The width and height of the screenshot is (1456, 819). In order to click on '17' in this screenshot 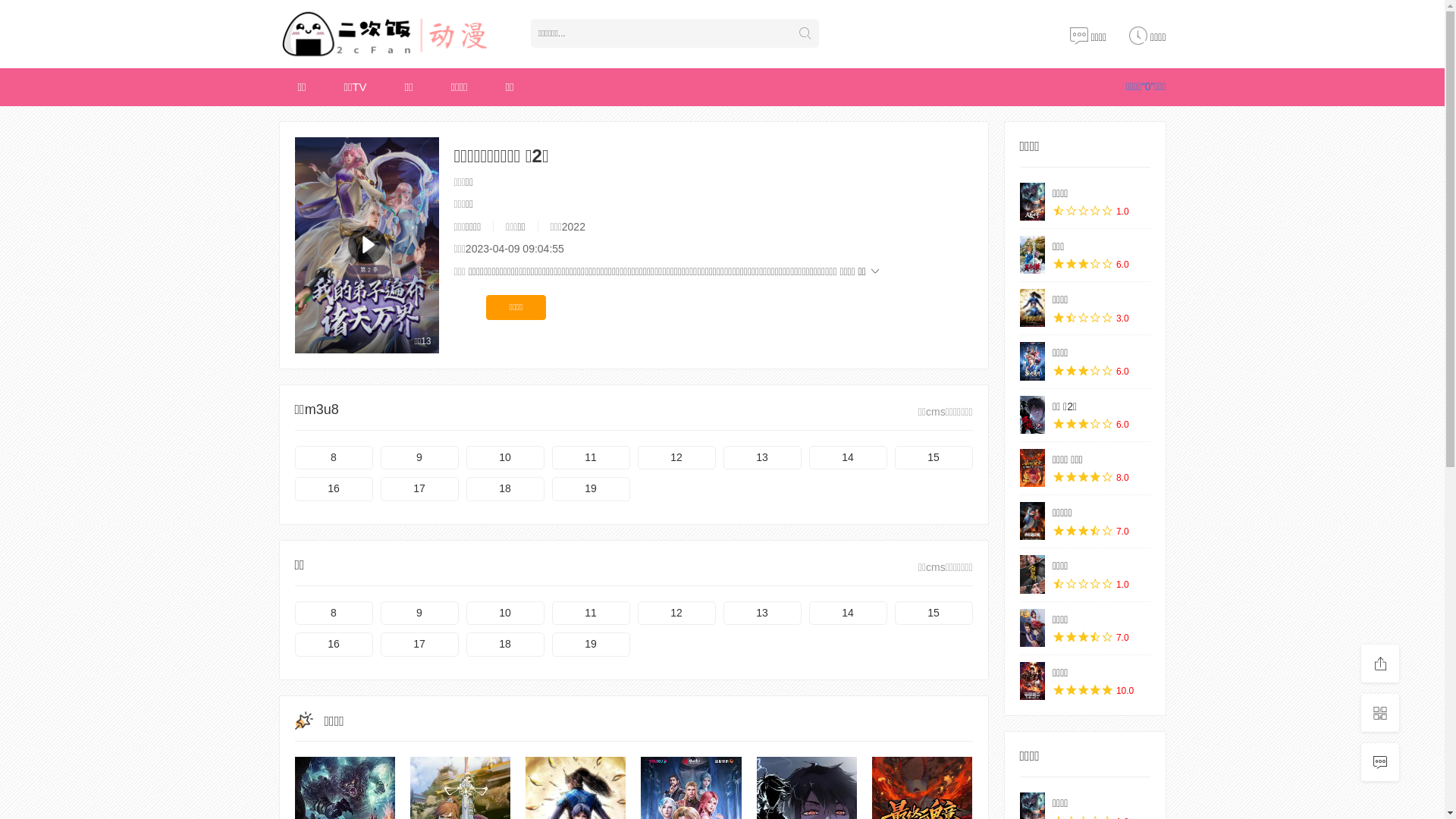, I will do `click(381, 644)`.